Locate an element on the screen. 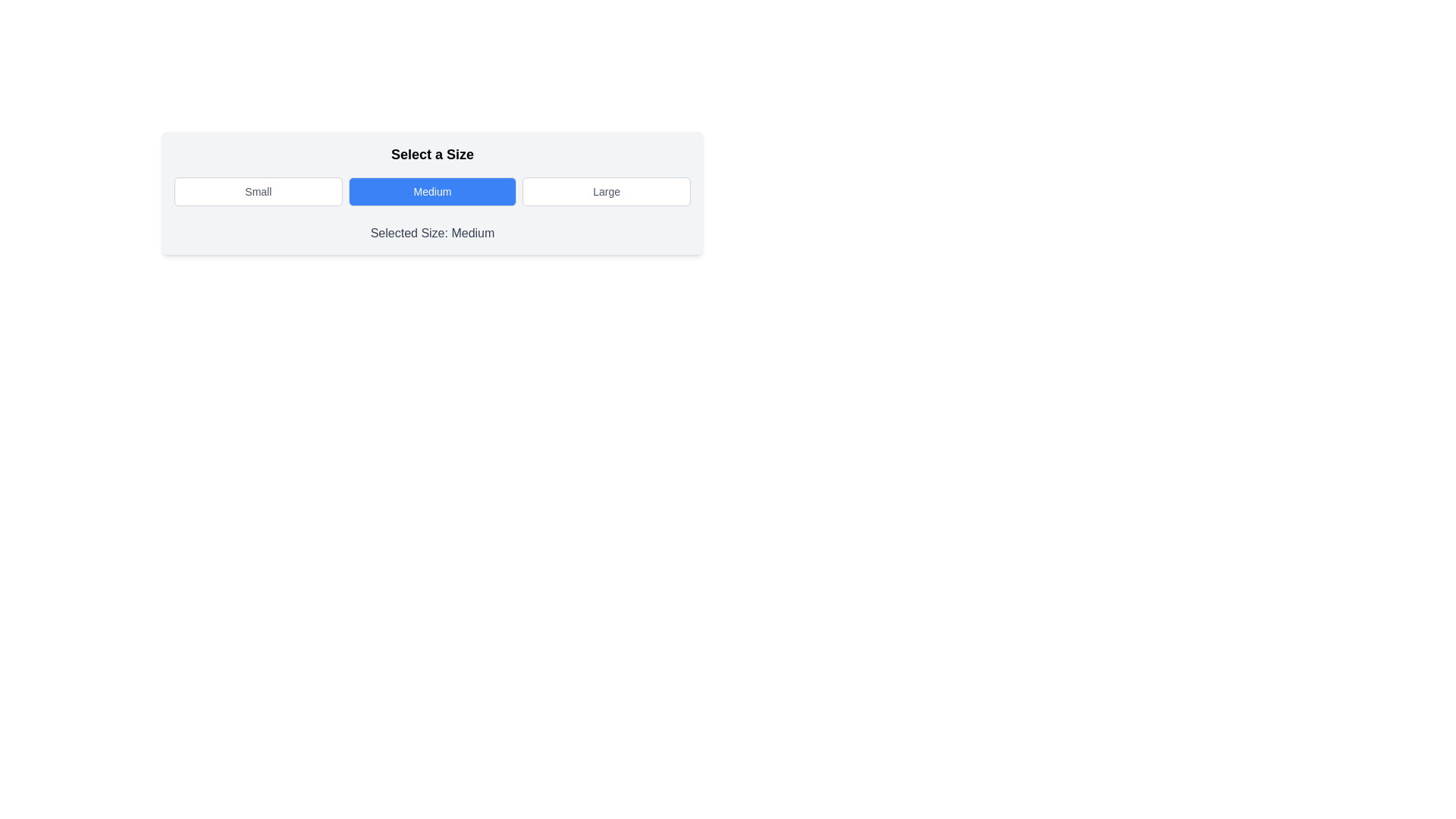 The height and width of the screenshot is (819, 1456). the 'Small' size selection button located in the top section of the panel titled 'Select a Size' is located at coordinates (258, 191).